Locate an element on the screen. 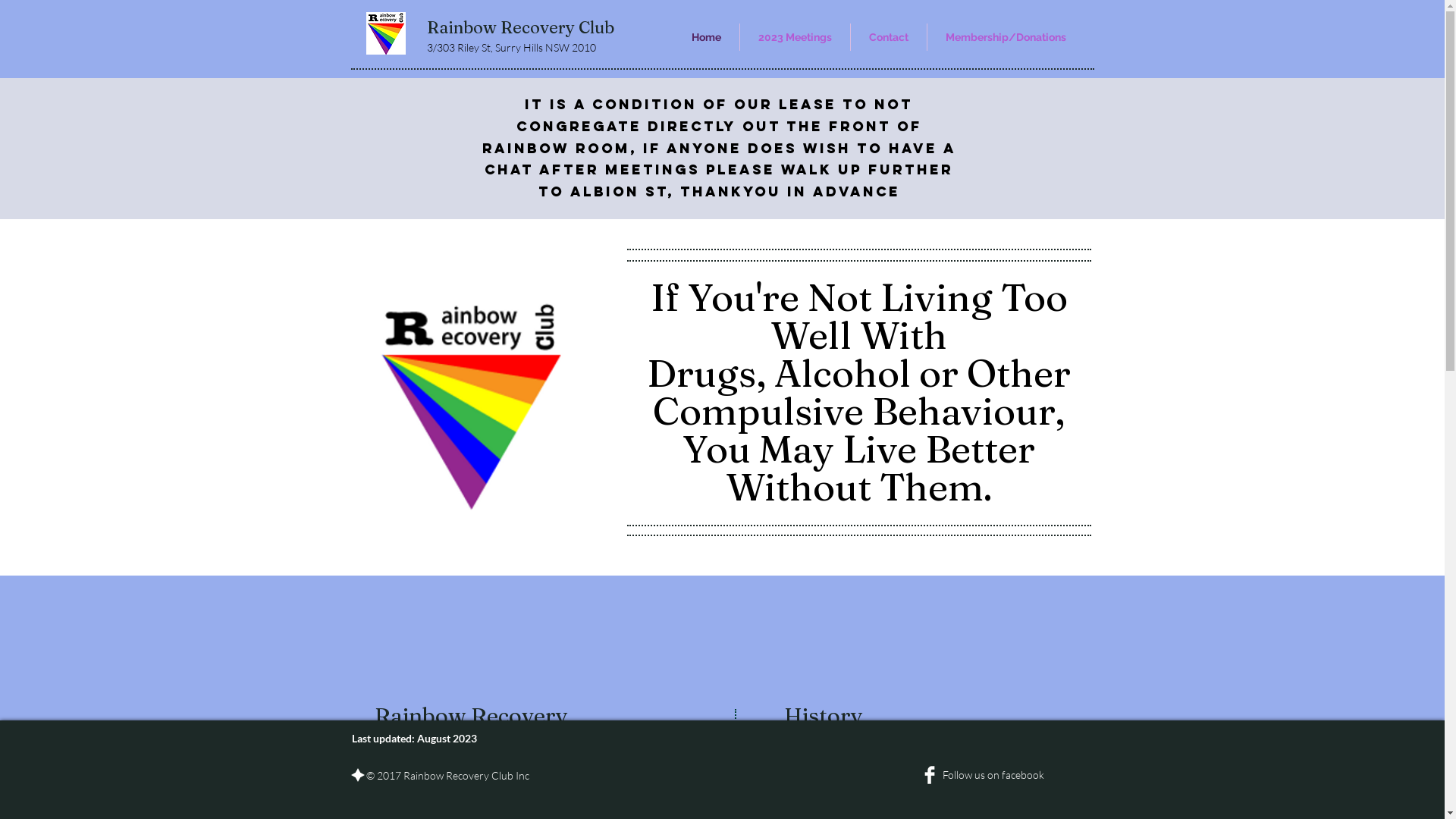  'Membership/Donations' is located at coordinates (1005, 36).